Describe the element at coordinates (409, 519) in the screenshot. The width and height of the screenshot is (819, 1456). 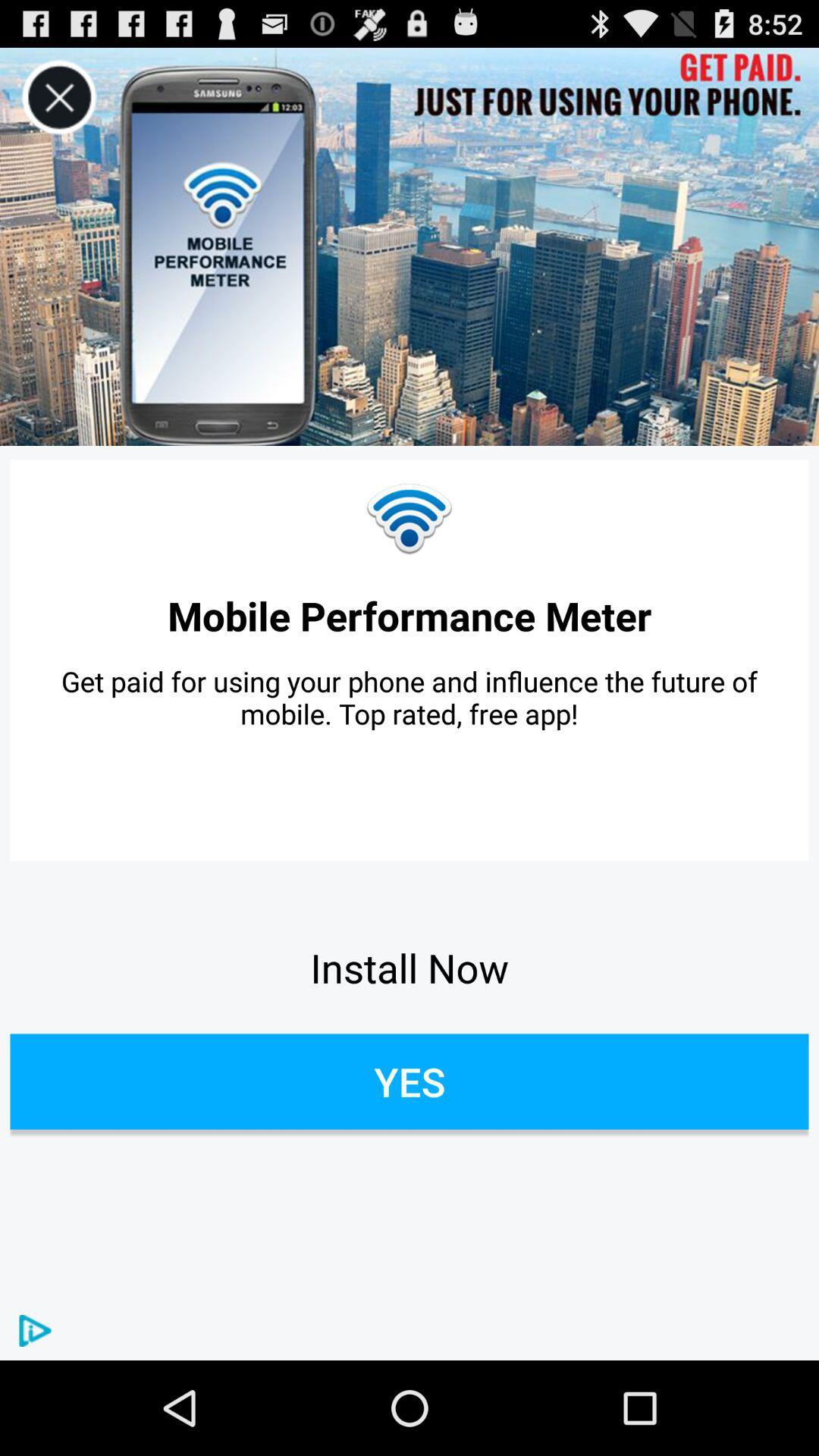
I see `item above the mobile performance meter app` at that location.